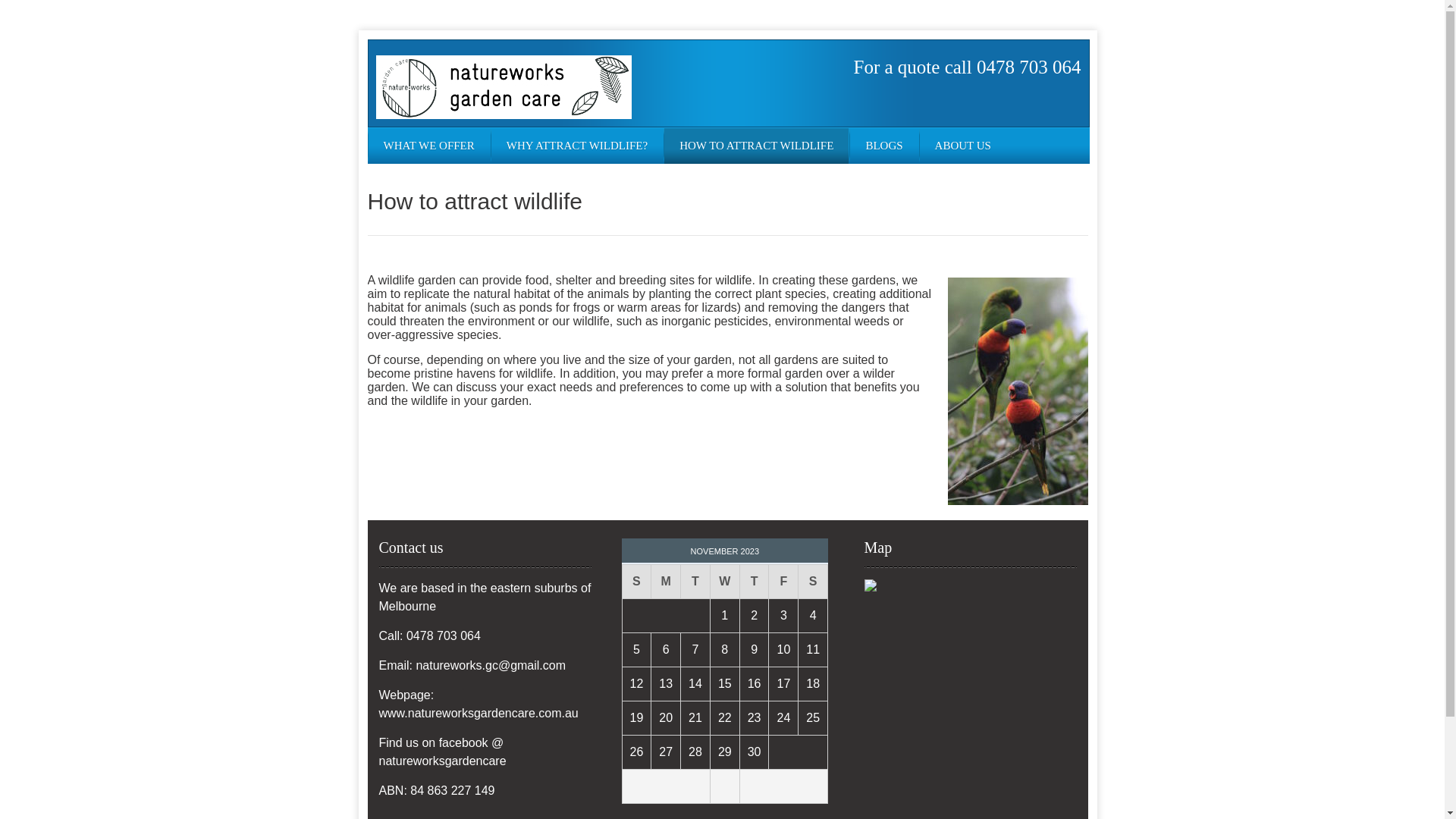 The width and height of the screenshot is (1456, 819). Describe the element at coordinates (962, 146) in the screenshot. I see `'ABOUT US'` at that location.